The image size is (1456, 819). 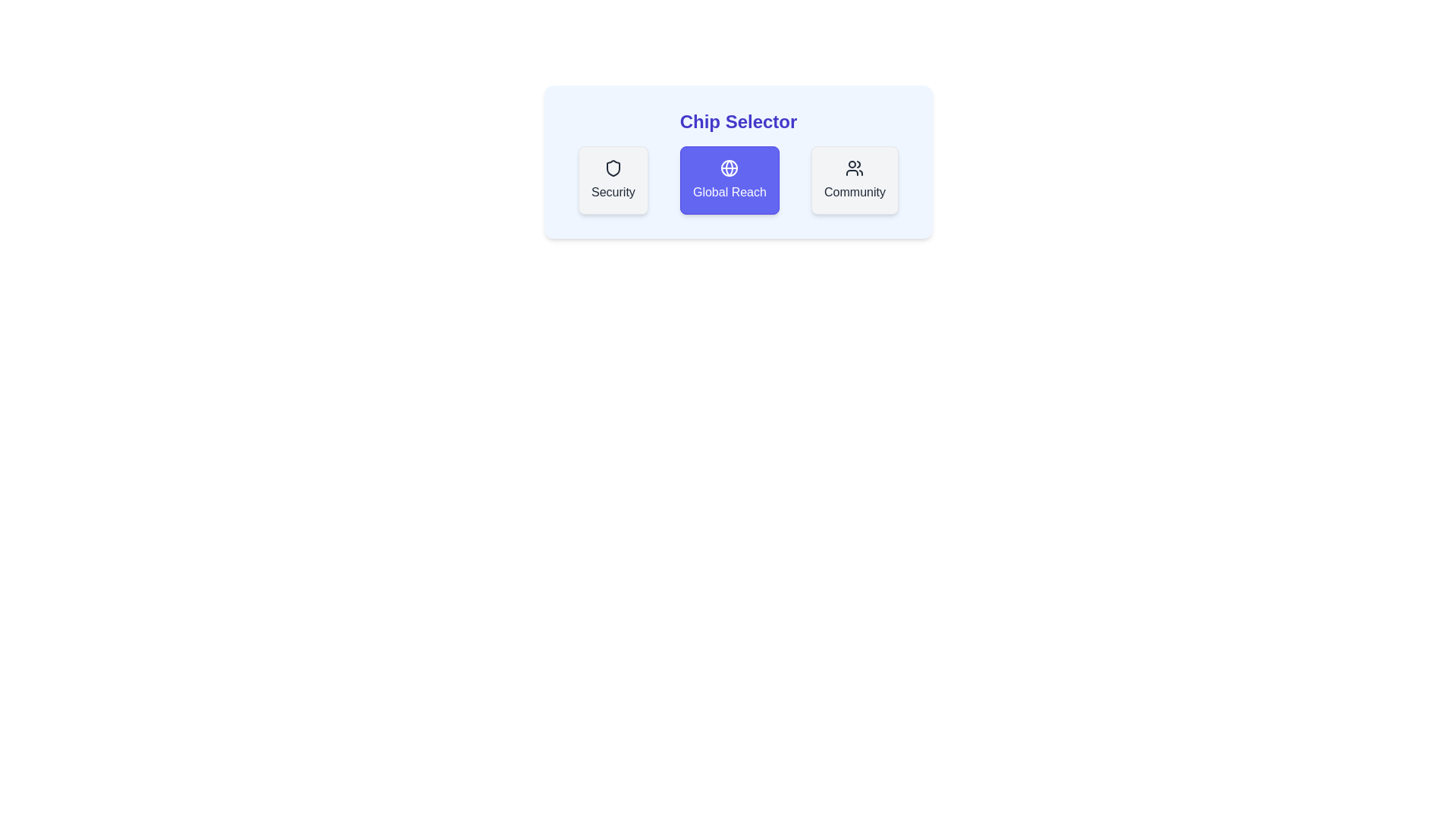 I want to click on the chip labeled Community, so click(x=855, y=180).